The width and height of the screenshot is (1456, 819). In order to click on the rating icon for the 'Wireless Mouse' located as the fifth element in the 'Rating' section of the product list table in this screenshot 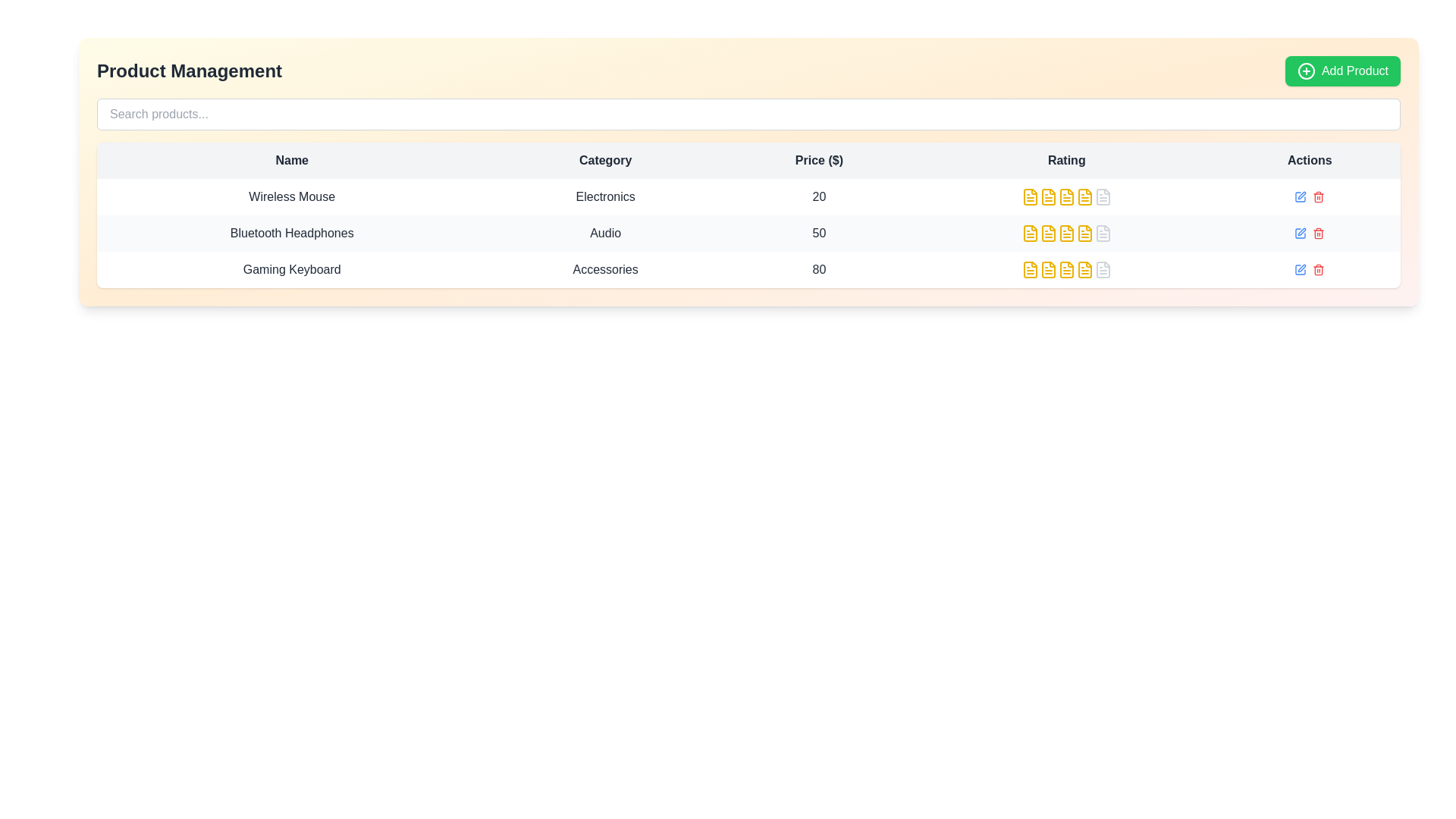, I will do `click(1103, 196)`.